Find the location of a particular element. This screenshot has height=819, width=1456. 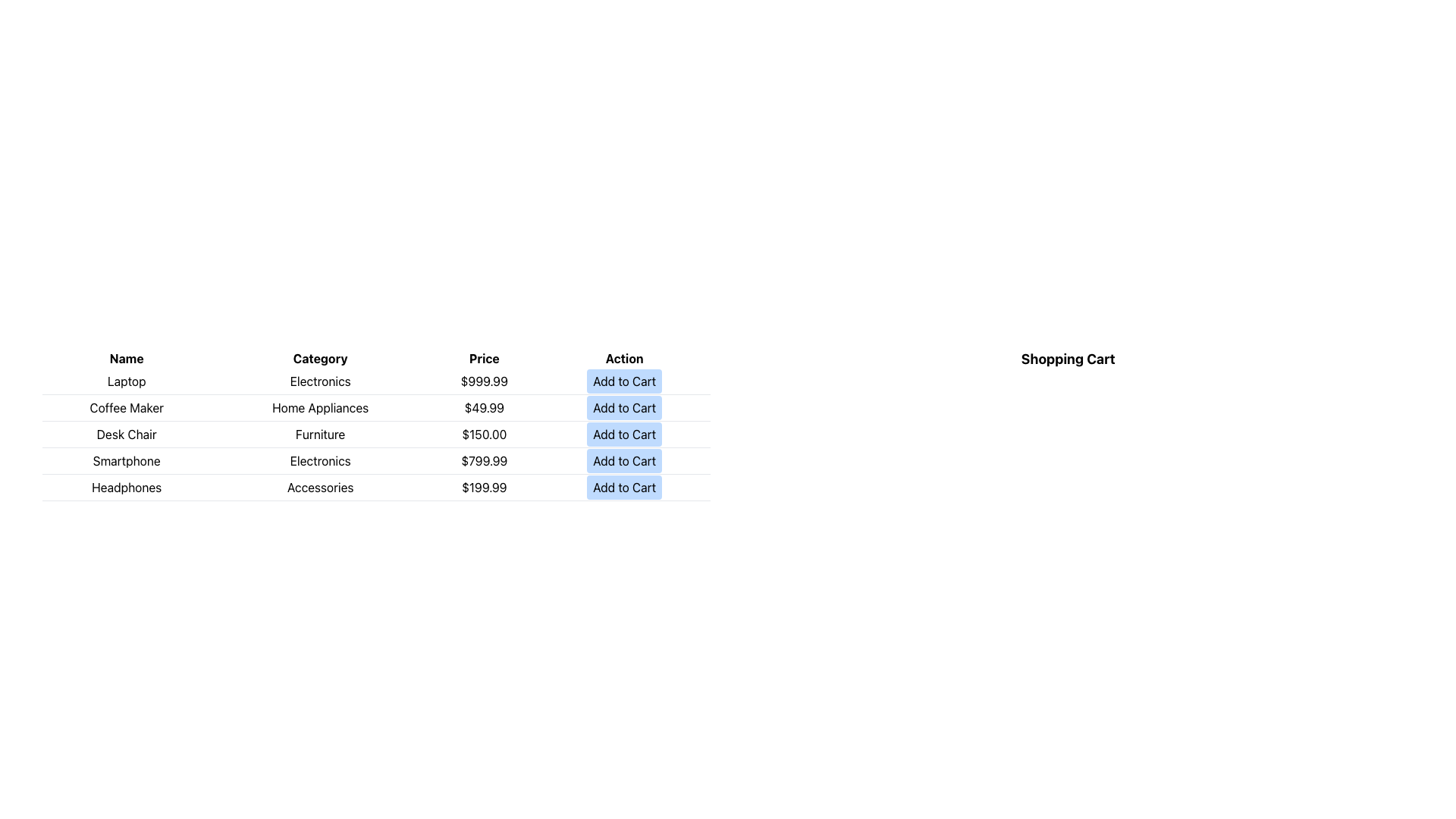

the 'Desk Chair' product row in the product table, which includes details like name, category, price, and an 'Add to Cart' button is located at coordinates (376, 435).